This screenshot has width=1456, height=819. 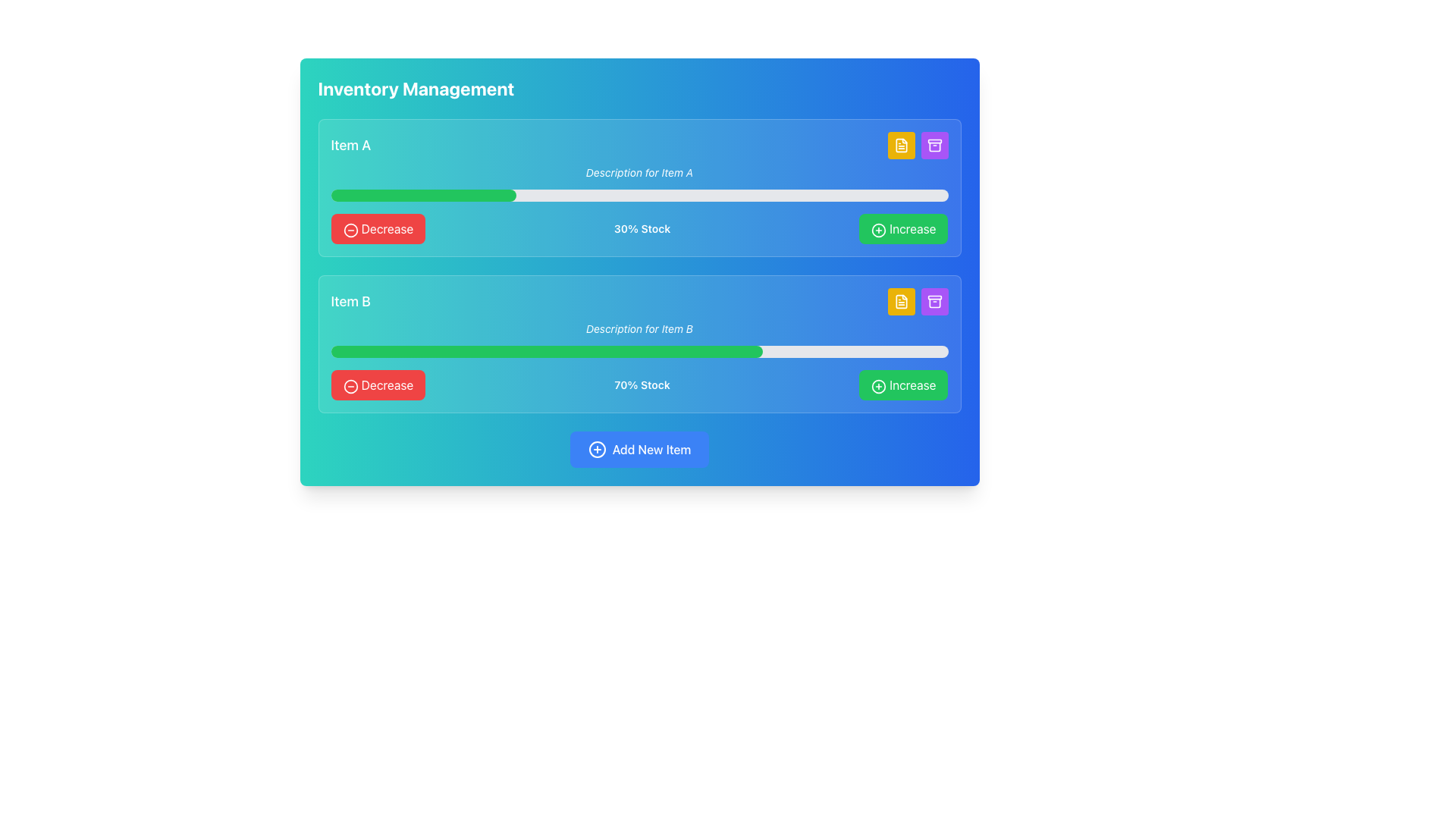 What do you see at coordinates (423, 195) in the screenshot?
I see `the green horizontal progress bar located below the text 'Description for Item A', which indicates around 30% completion` at bounding box center [423, 195].